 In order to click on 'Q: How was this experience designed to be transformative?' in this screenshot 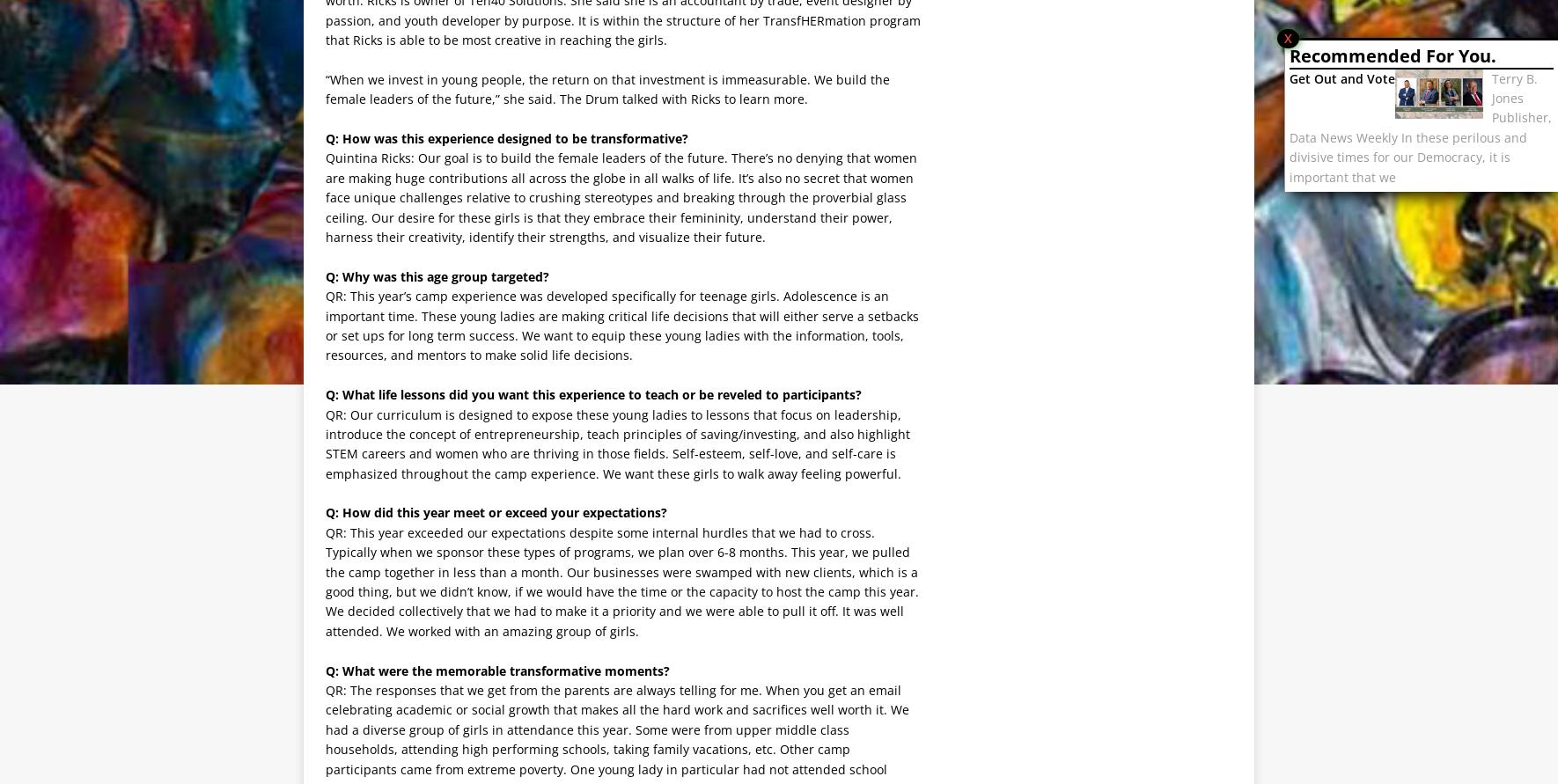, I will do `click(506, 137)`.